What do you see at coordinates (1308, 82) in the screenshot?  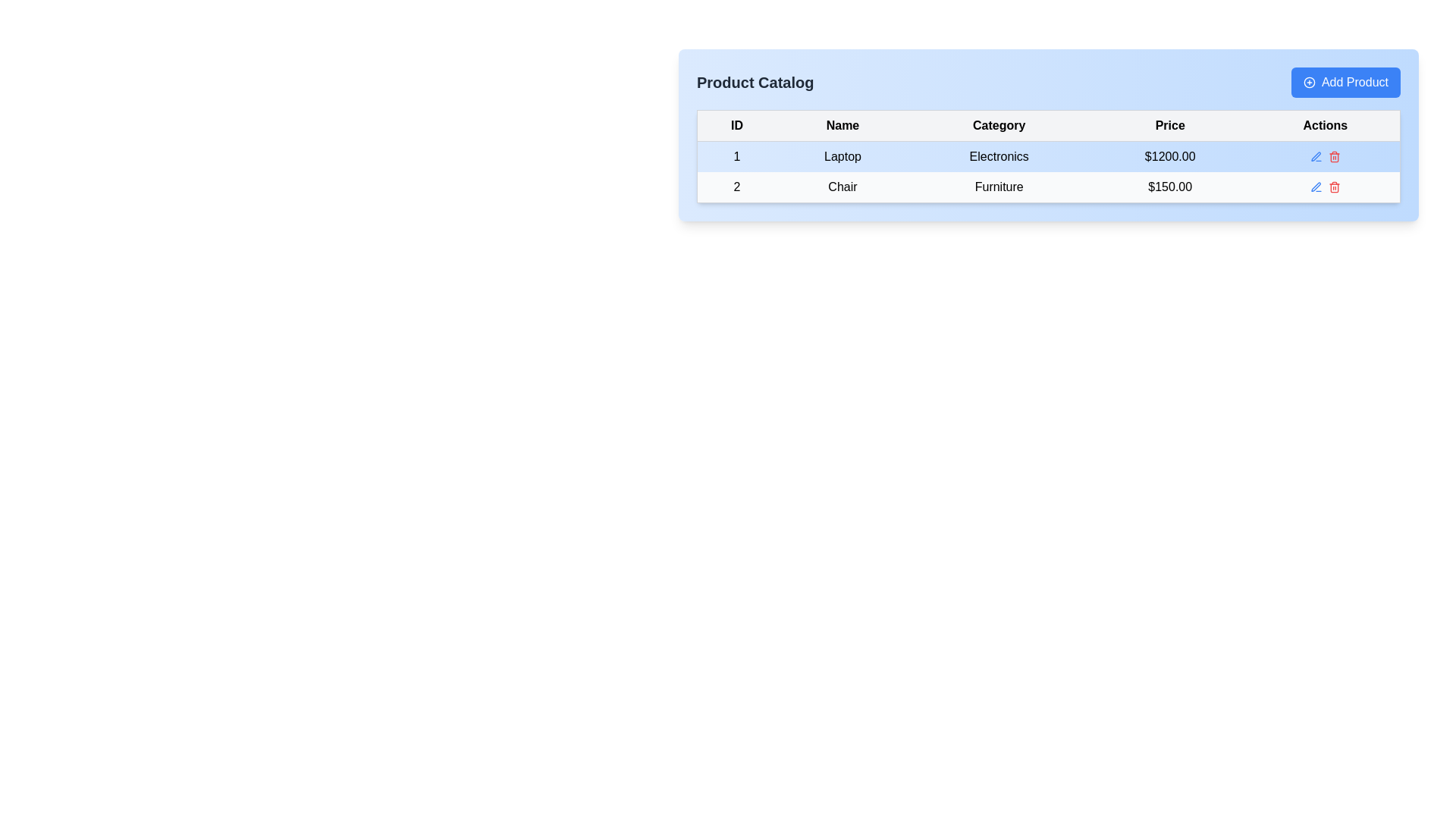 I see `the icon located to the left of the 'Add Product' text label within the button` at bounding box center [1308, 82].